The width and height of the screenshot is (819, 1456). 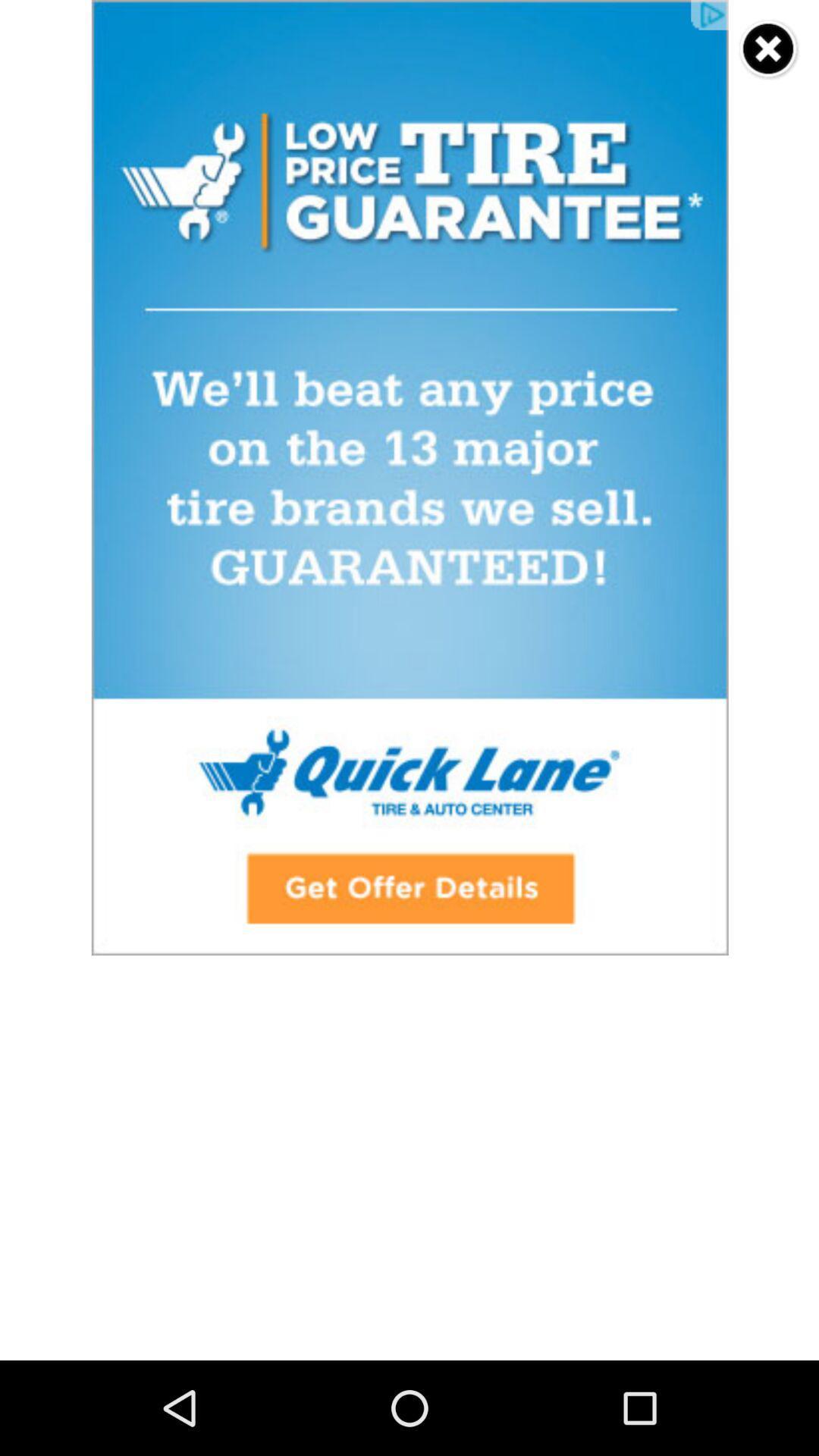 What do you see at coordinates (769, 49) in the screenshot?
I see `switch to close` at bounding box center [769, 49].